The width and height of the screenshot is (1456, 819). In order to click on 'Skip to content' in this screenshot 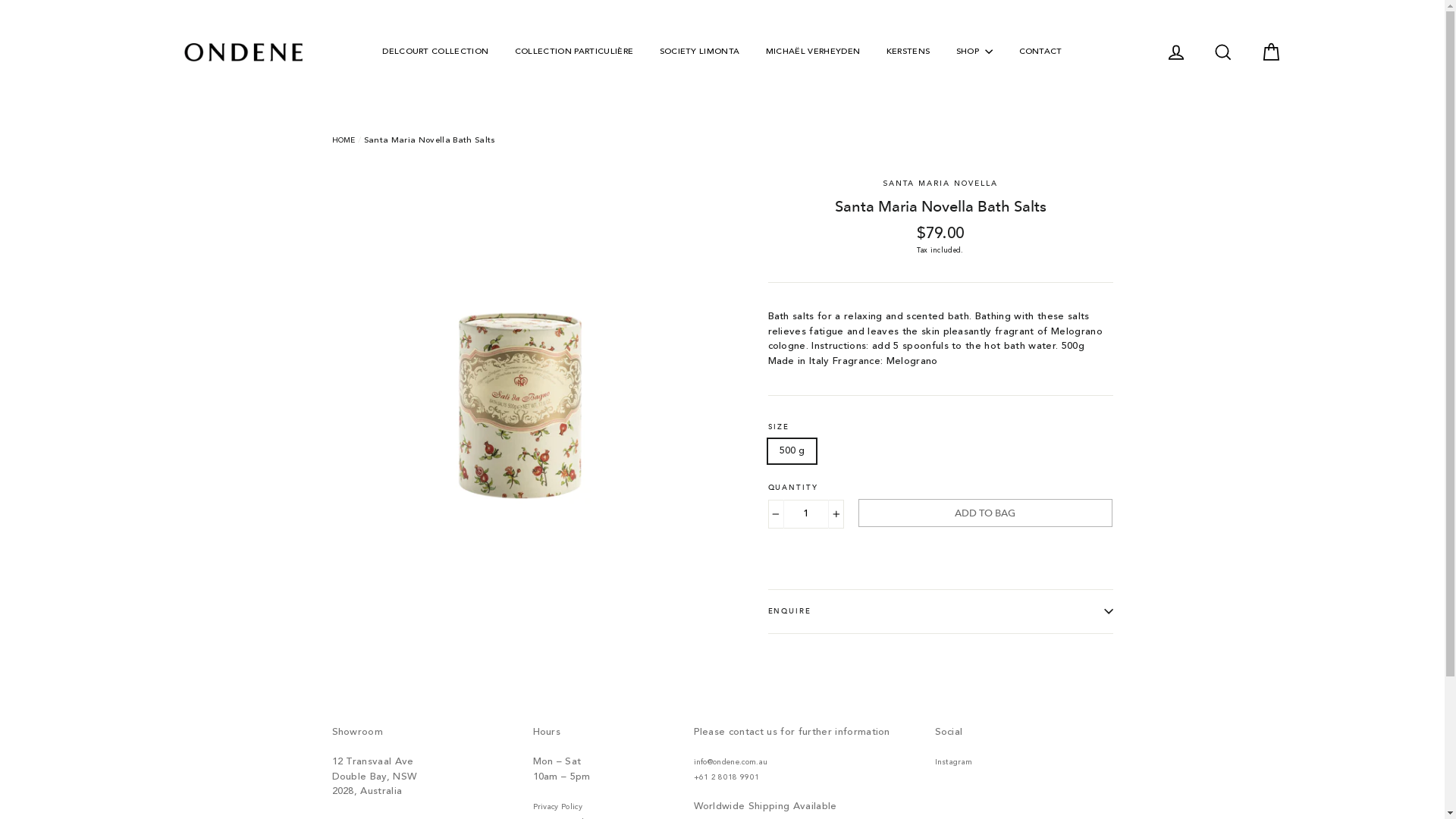, I will do `click(0, 0)`.